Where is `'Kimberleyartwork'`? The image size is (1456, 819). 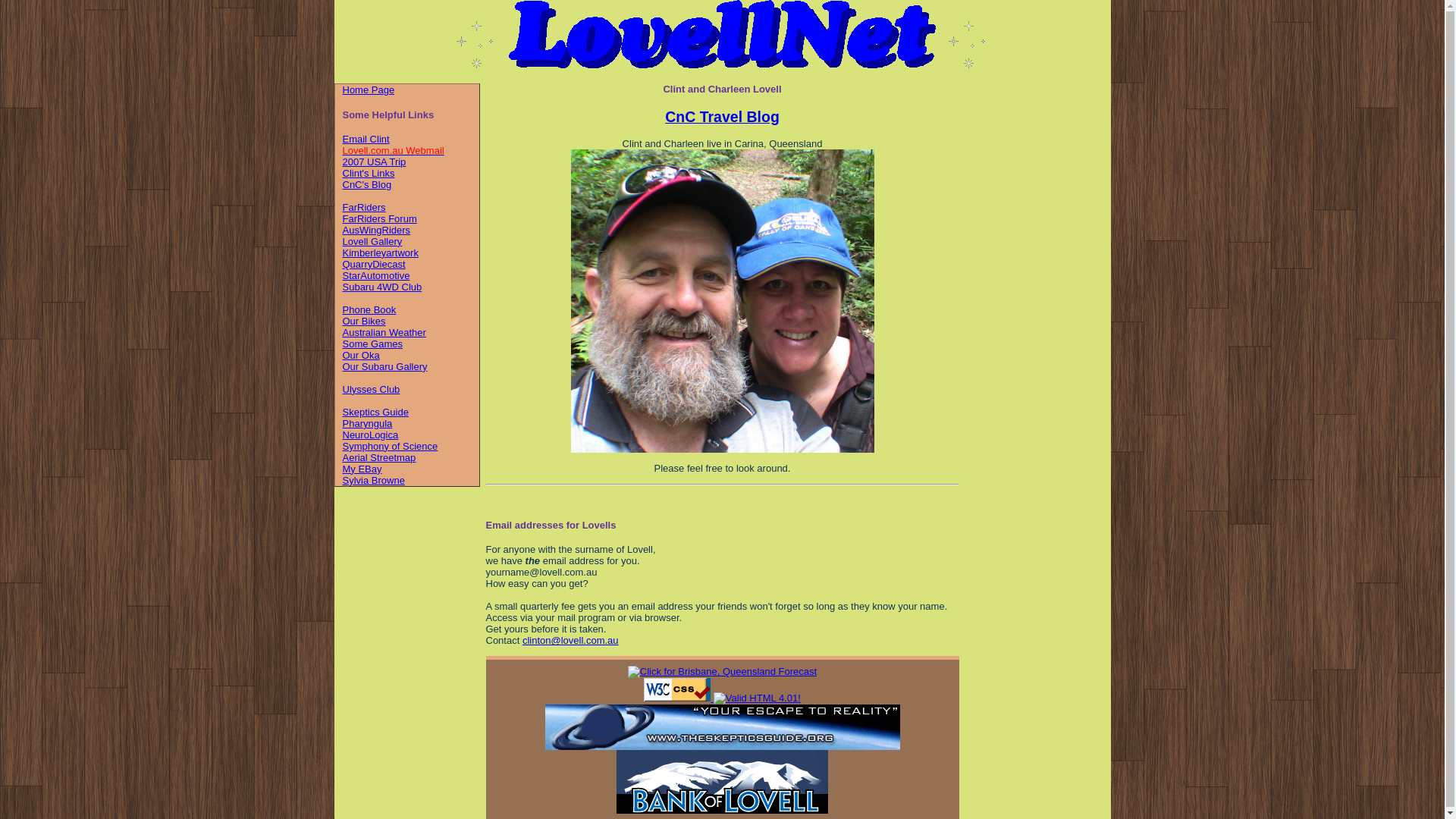
'Kimberleyartwork' is located at coordinates (381, 252).